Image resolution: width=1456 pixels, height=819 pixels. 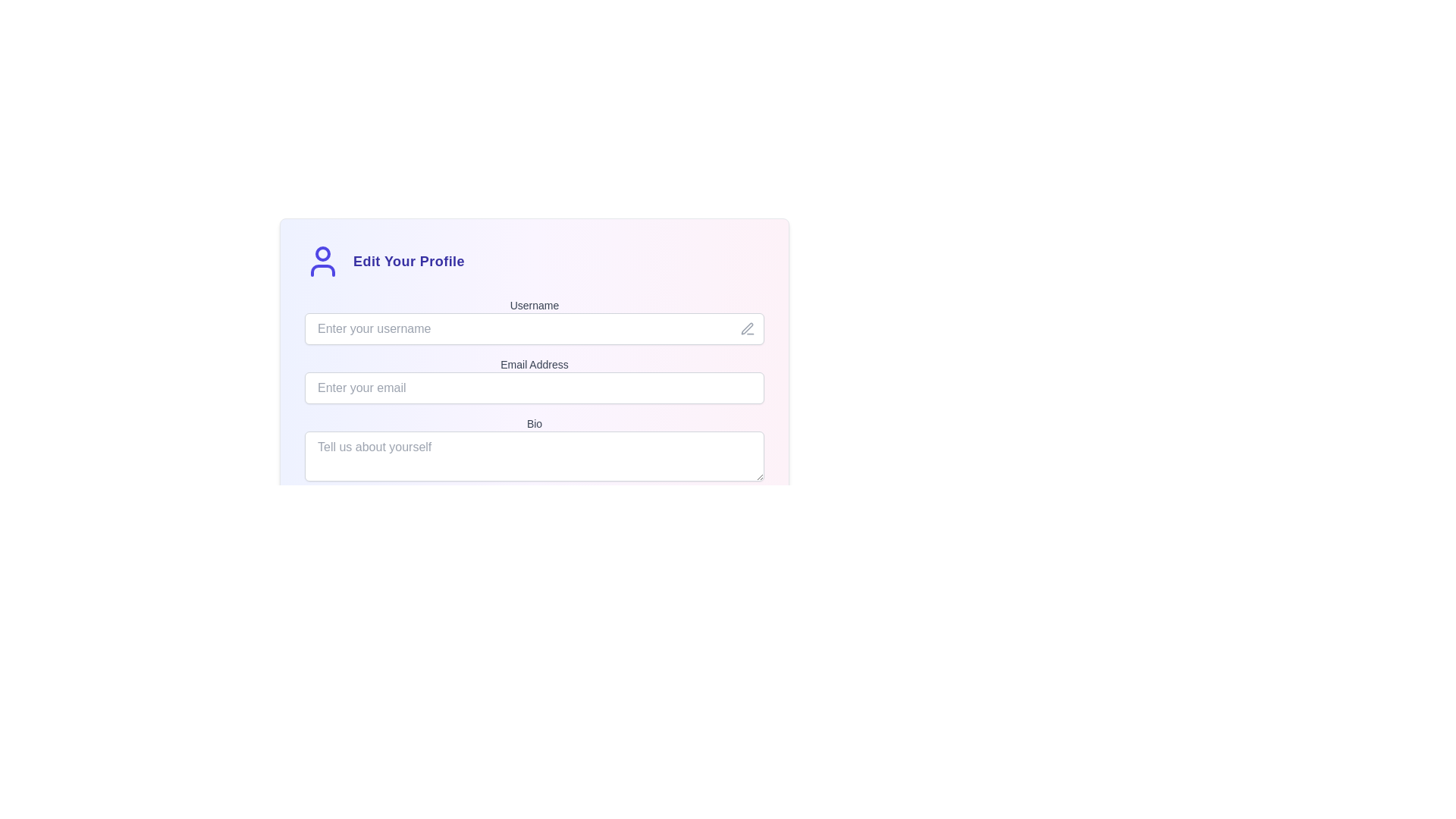 I want to click on the Text label for the username input field, which is positioned at the top center of the form and directly above the input field, so click(x=535, y=305).